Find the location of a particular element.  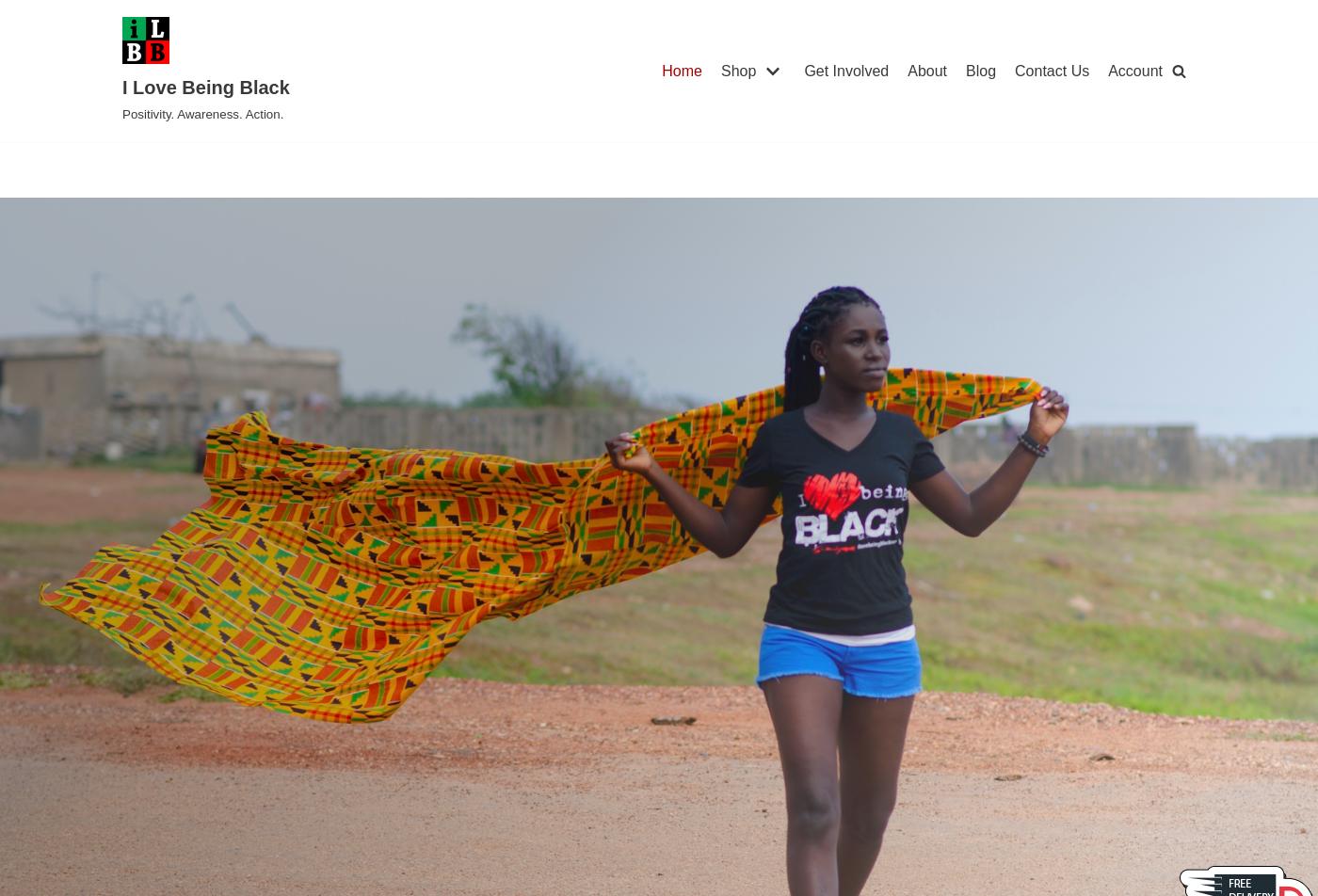

'Advertising & Services' is located at coordinates (697, 408).